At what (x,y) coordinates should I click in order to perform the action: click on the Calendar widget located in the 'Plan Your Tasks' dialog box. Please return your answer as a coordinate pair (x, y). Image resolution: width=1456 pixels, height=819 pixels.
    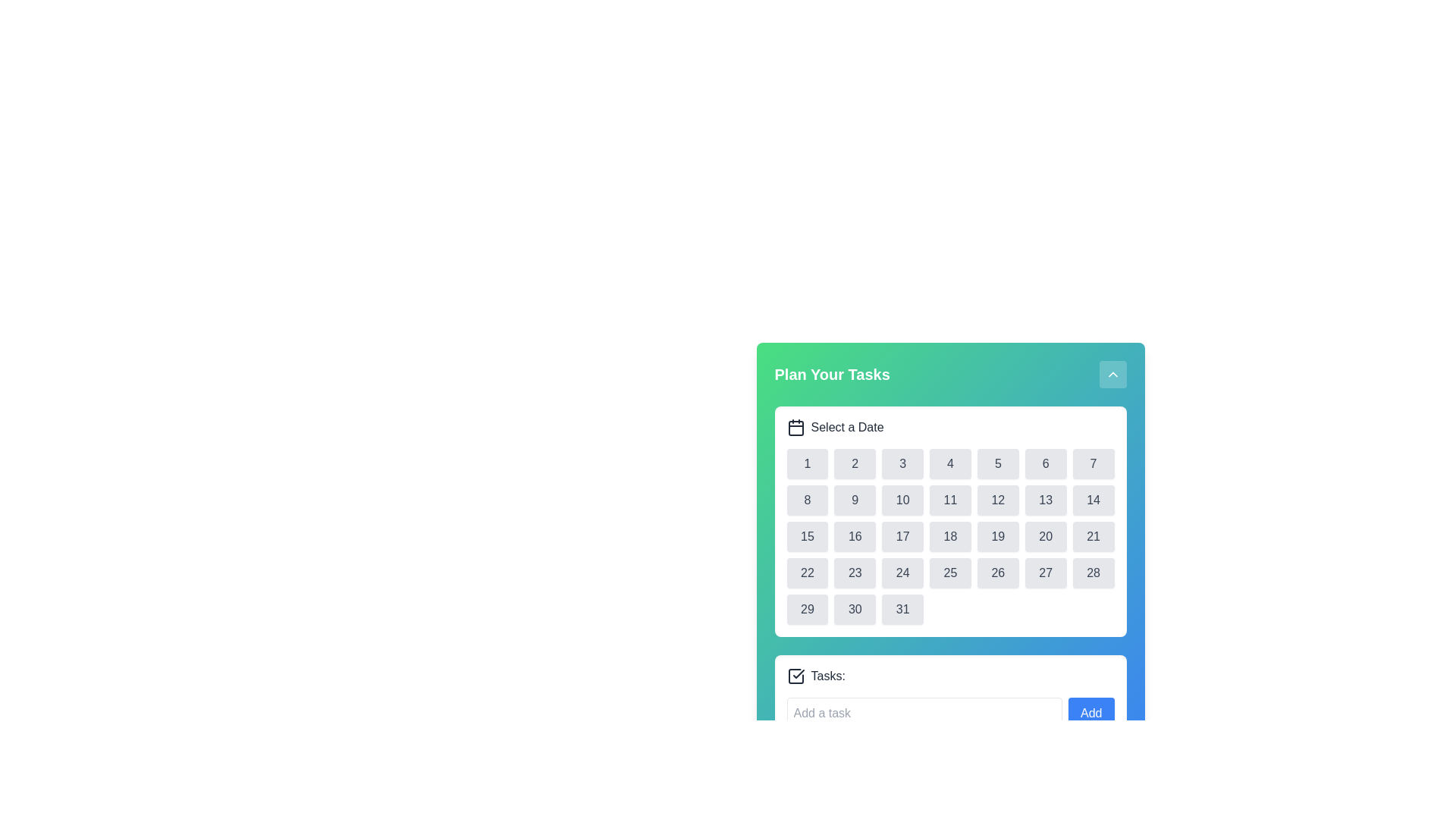
    Looking at the image, I should click on (949, 520).